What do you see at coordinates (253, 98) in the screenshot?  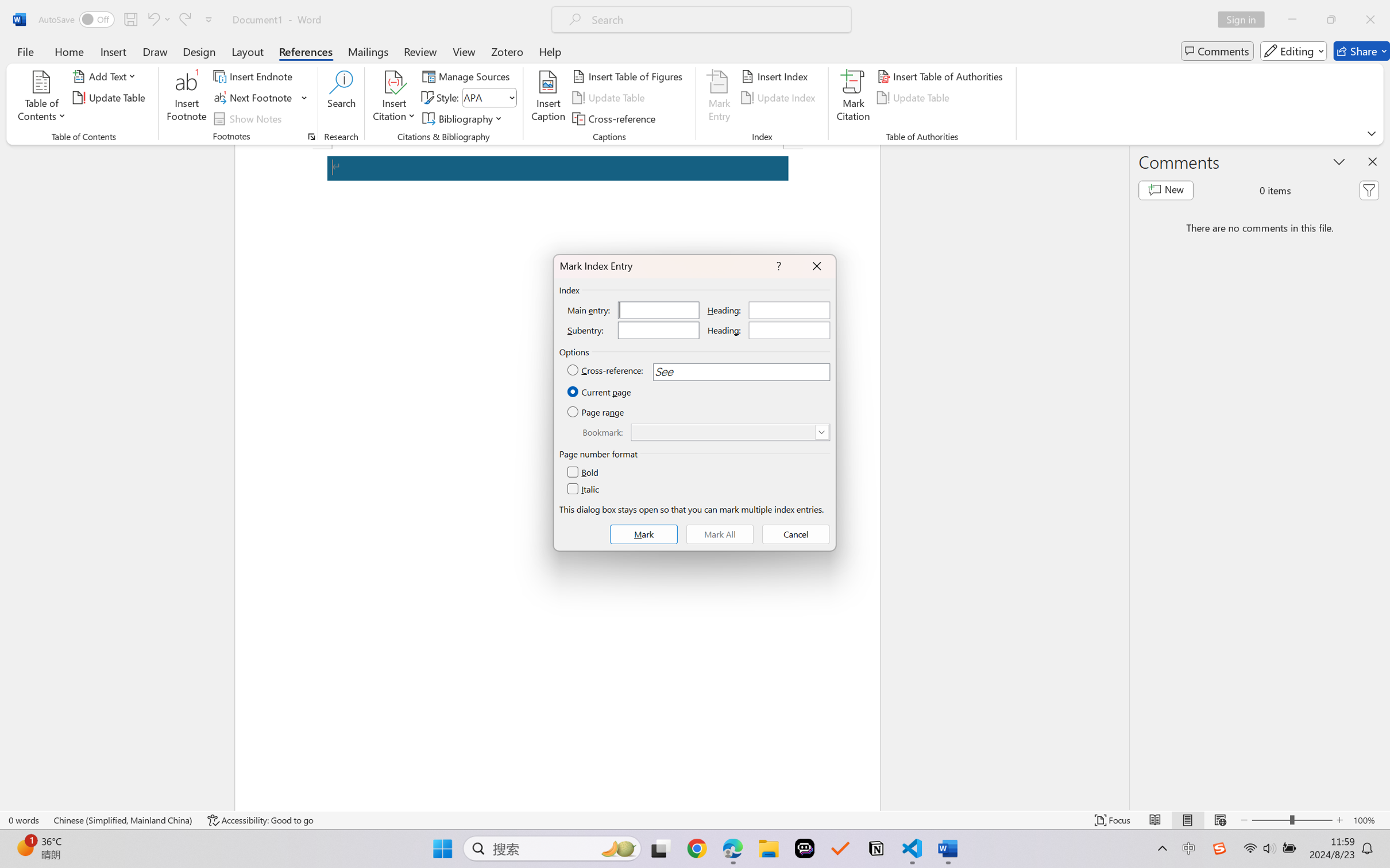 I see `'Next Footnote'` at bounding box center [253, 98].